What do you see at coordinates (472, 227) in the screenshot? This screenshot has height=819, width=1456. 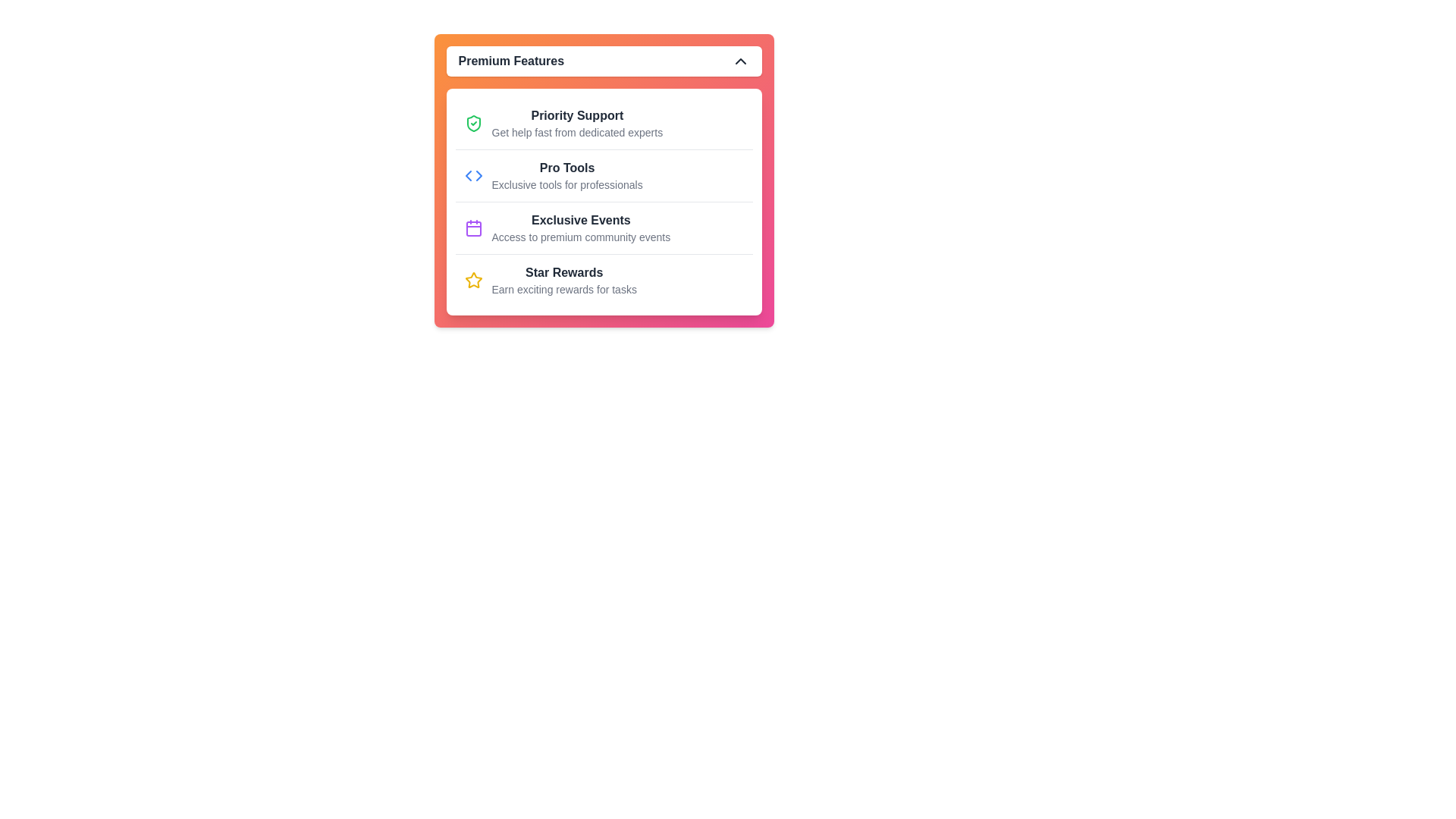 I see `the calendar icon located in the third row of the 'Premium Features' panel, which is associated with the text 'Exclusive Events'` at bounding box center [472, 227].